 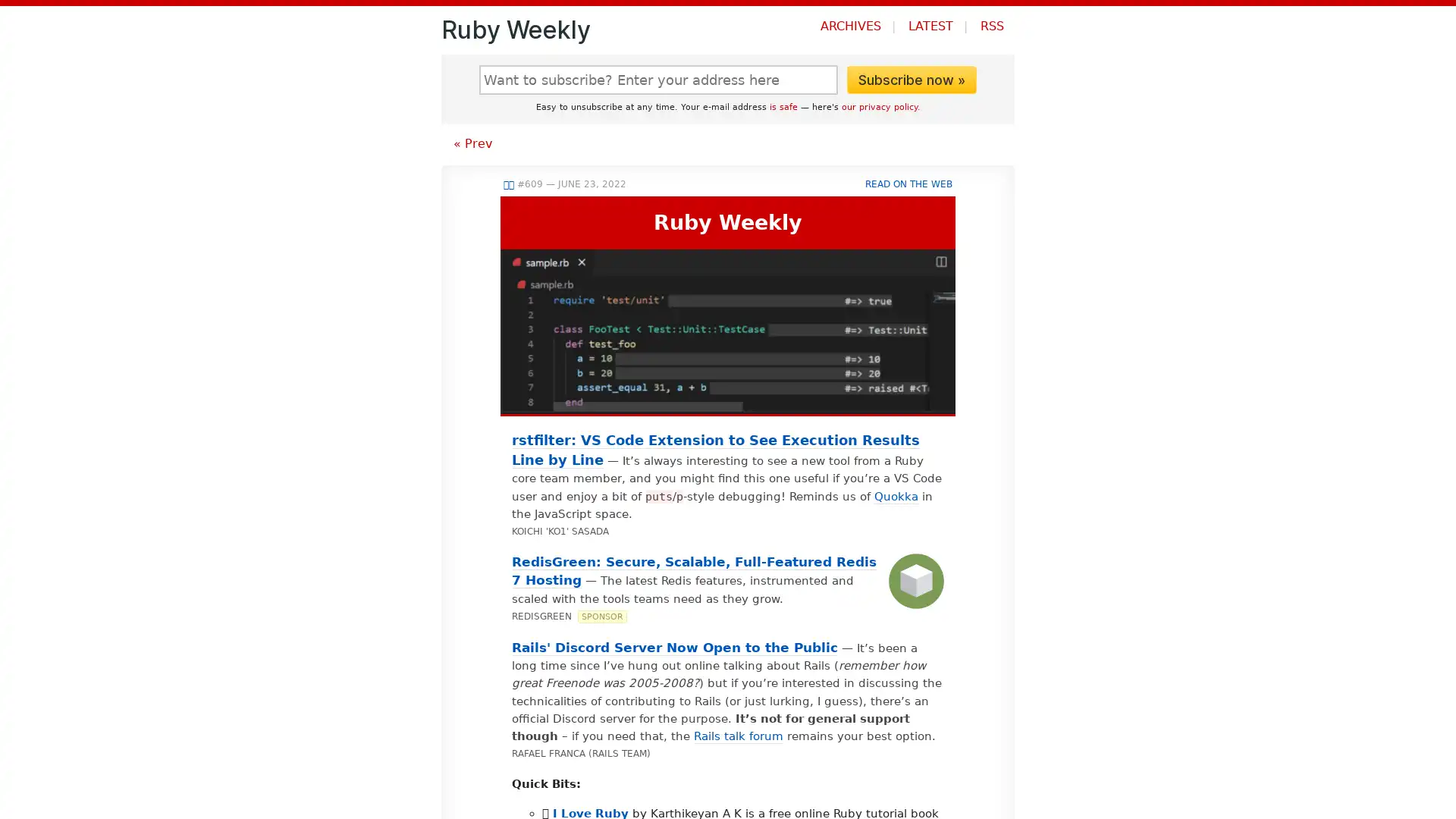 I want to click on Subscribe now, so click(x=911, y=80).